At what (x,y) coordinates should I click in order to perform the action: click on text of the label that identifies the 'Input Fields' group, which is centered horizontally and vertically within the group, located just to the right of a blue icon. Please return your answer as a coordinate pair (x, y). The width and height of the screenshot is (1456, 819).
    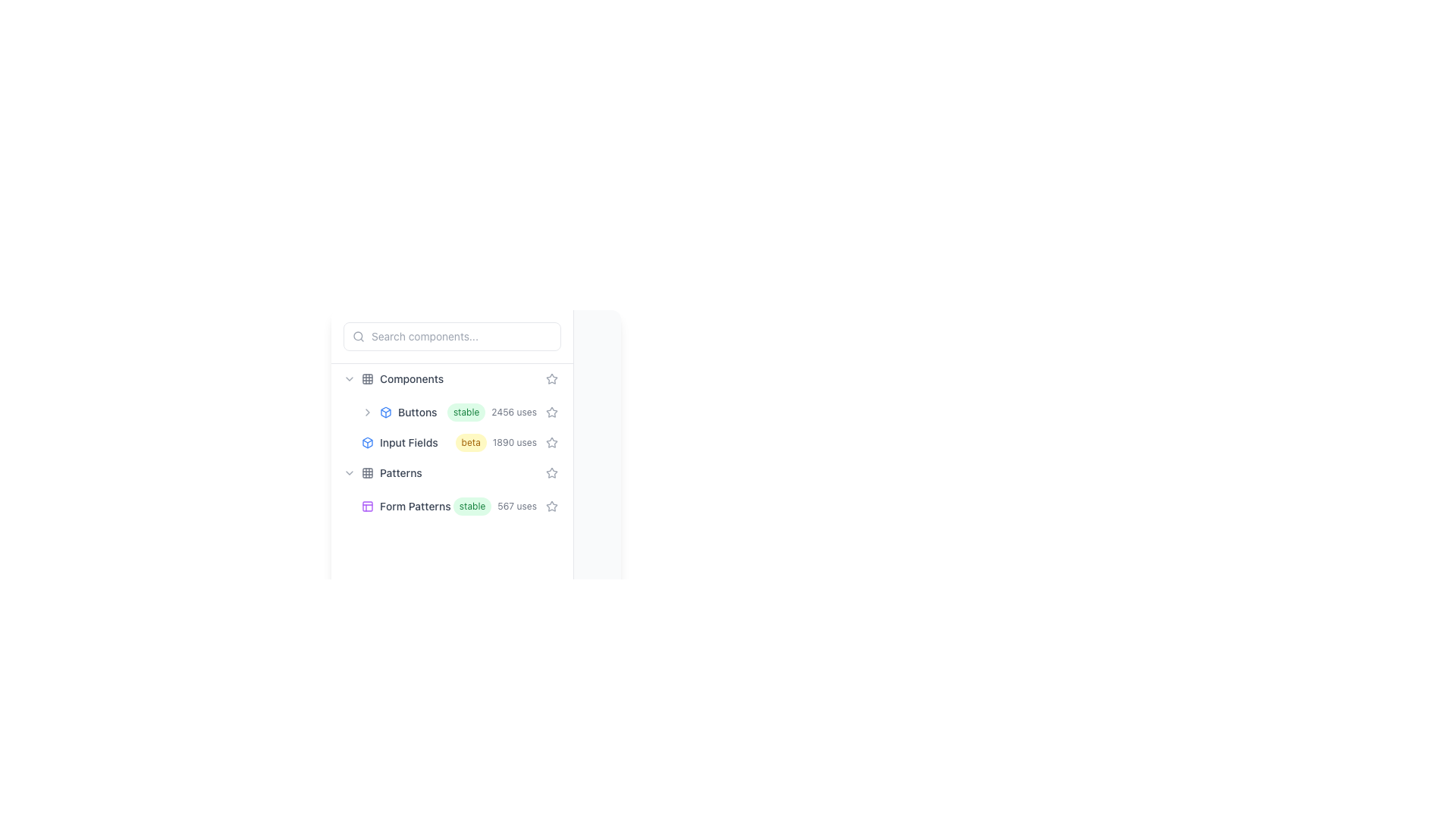
    Looking at the image, I should click on (408, 442).